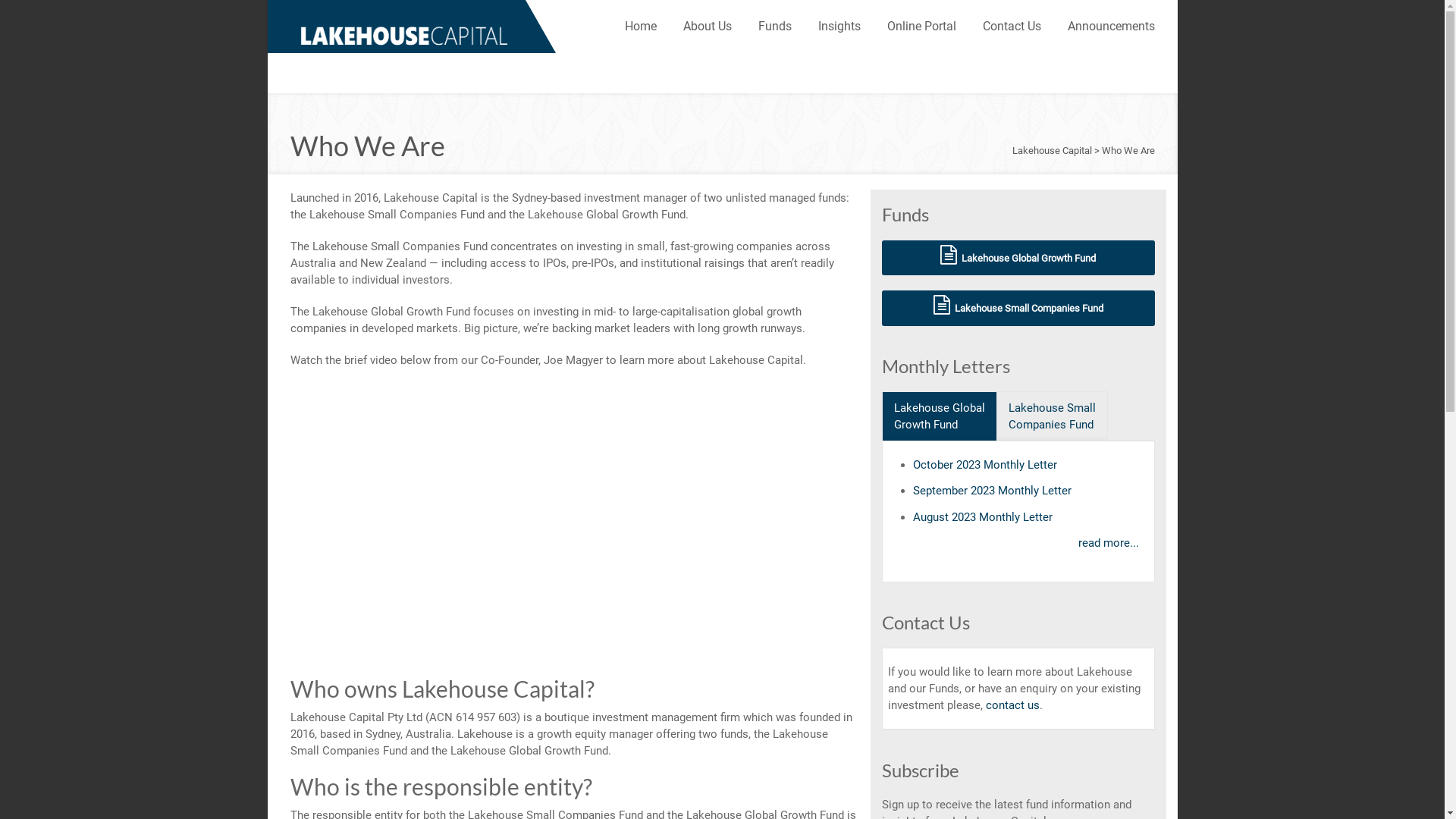  What do you see at coordinates (1111, 26) in the screenshot?
I see `'Announcements'` at bounding box center [1111, 26].